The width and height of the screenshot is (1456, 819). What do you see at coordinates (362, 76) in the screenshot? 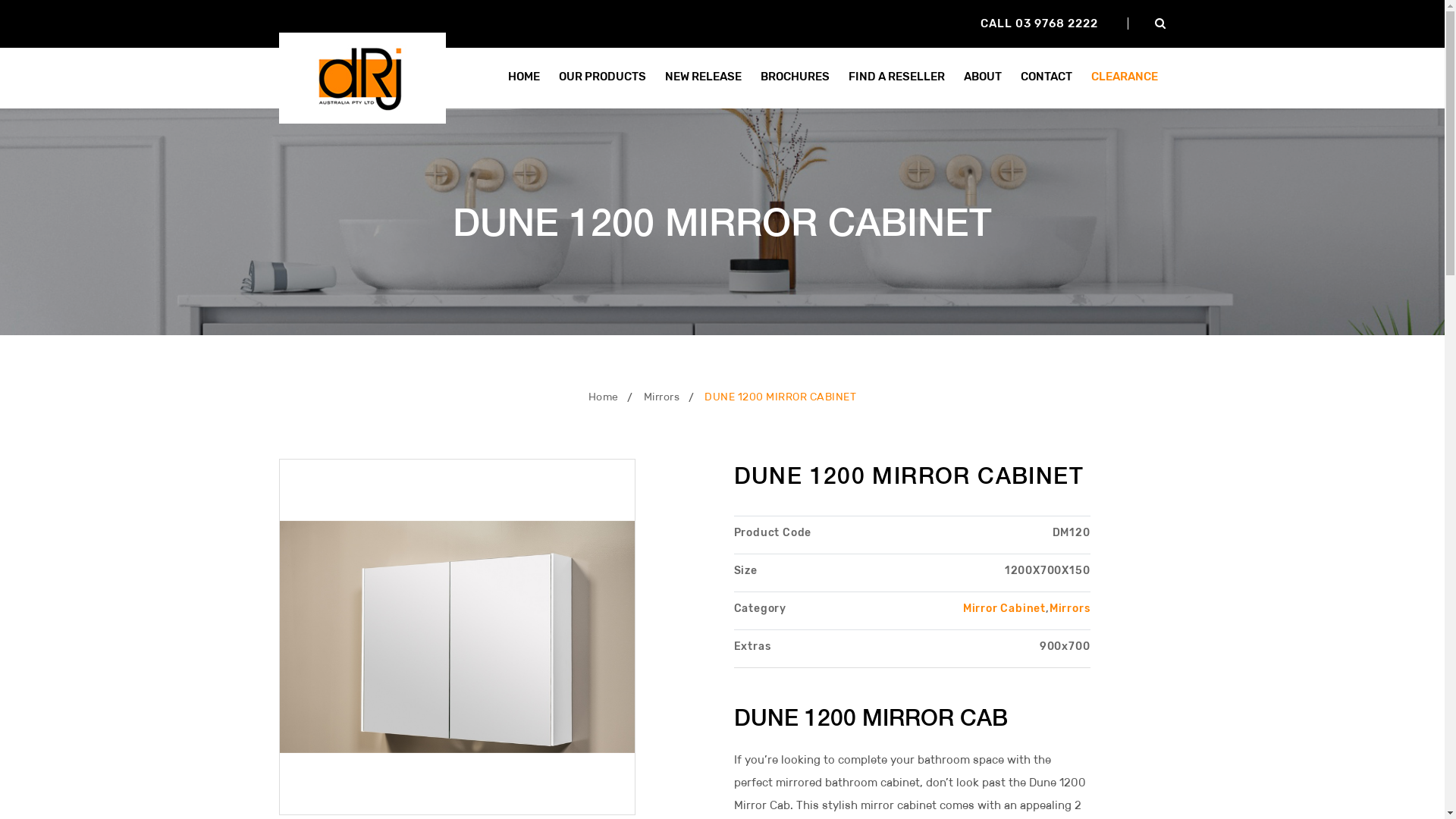
I see `'DRJ Australia Pty Ltd'` at bounding box center [362, 76].